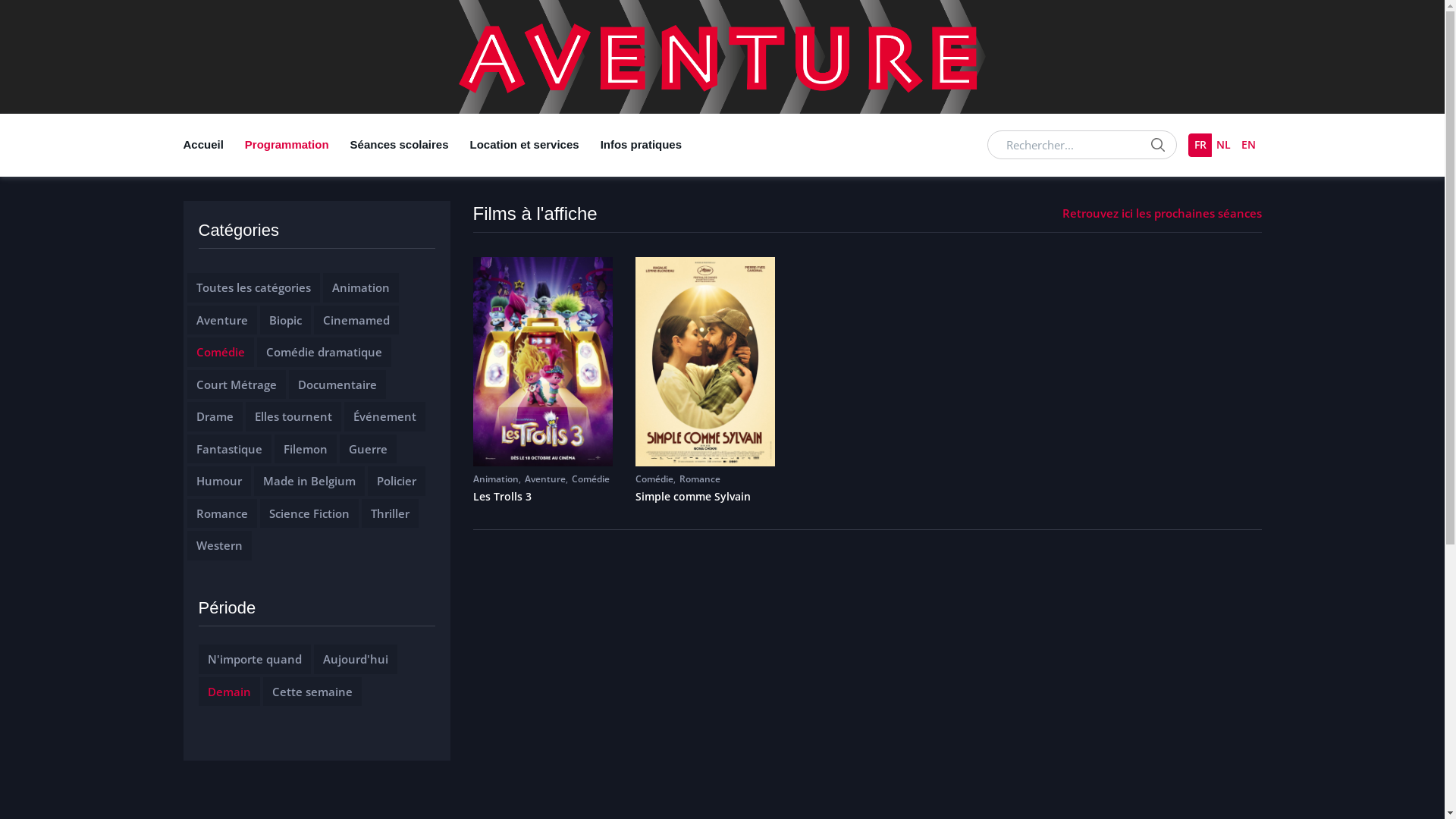  What do you see at coordinates (1236, 145) in the screenshot?
I see `'EN'` at bounding box center [1236, 145].